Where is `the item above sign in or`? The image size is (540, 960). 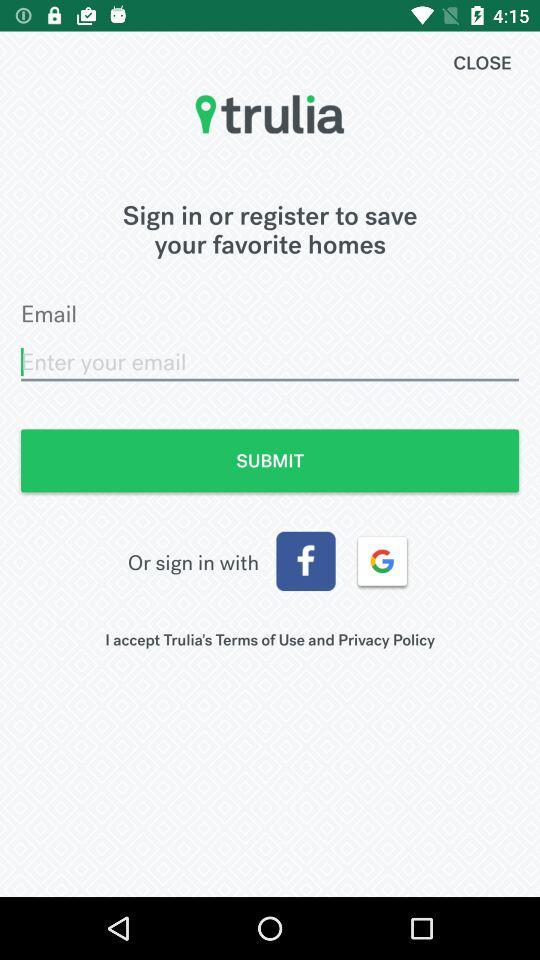 the item above sign in or is located at coordinates (481, 62).